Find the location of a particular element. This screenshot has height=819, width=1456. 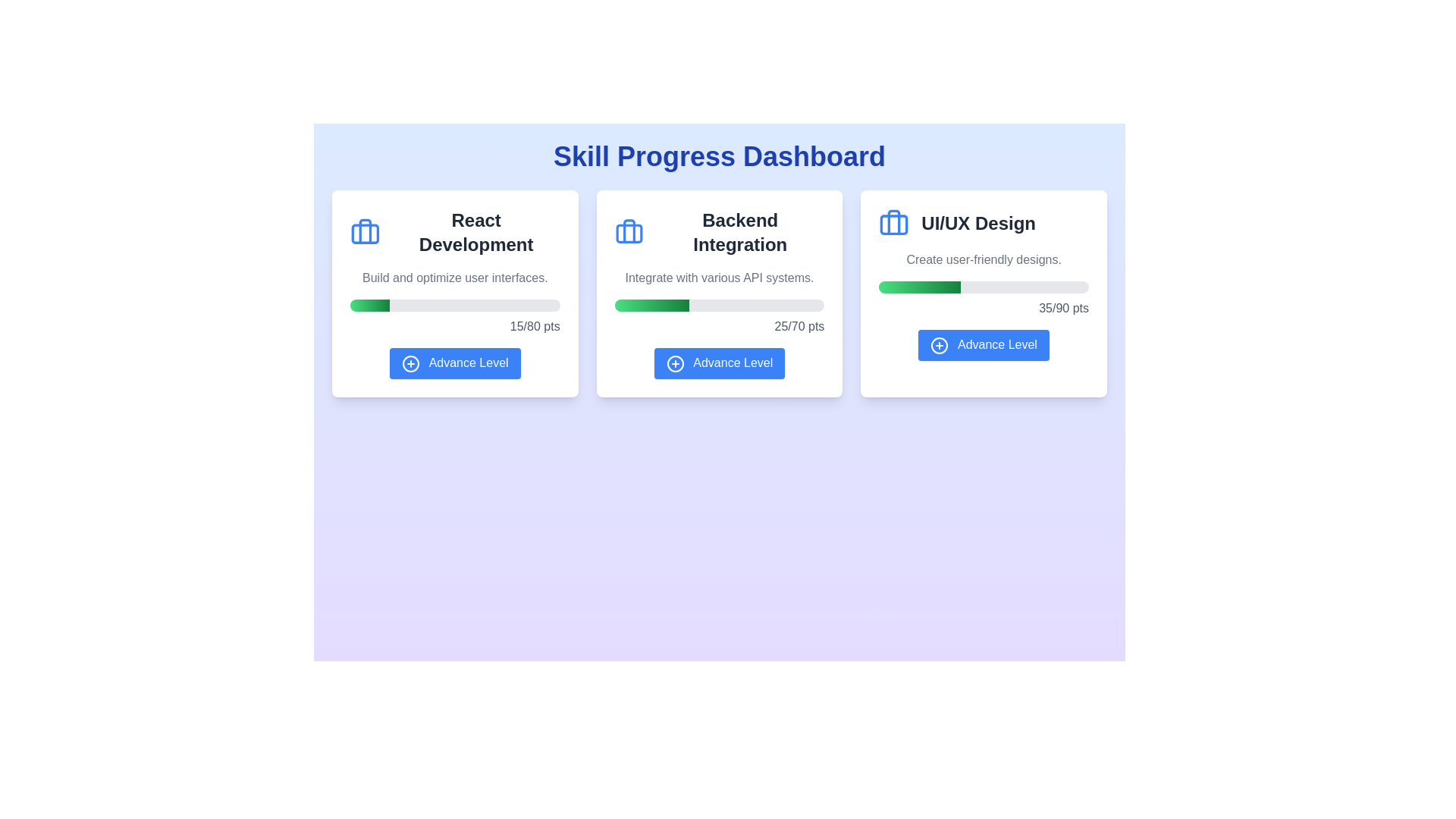

the heading text 'React Development' located in the first card of the layout, which is styled in a large, bold, dark font and positioned above associated content is located at coordinates (475, 233).